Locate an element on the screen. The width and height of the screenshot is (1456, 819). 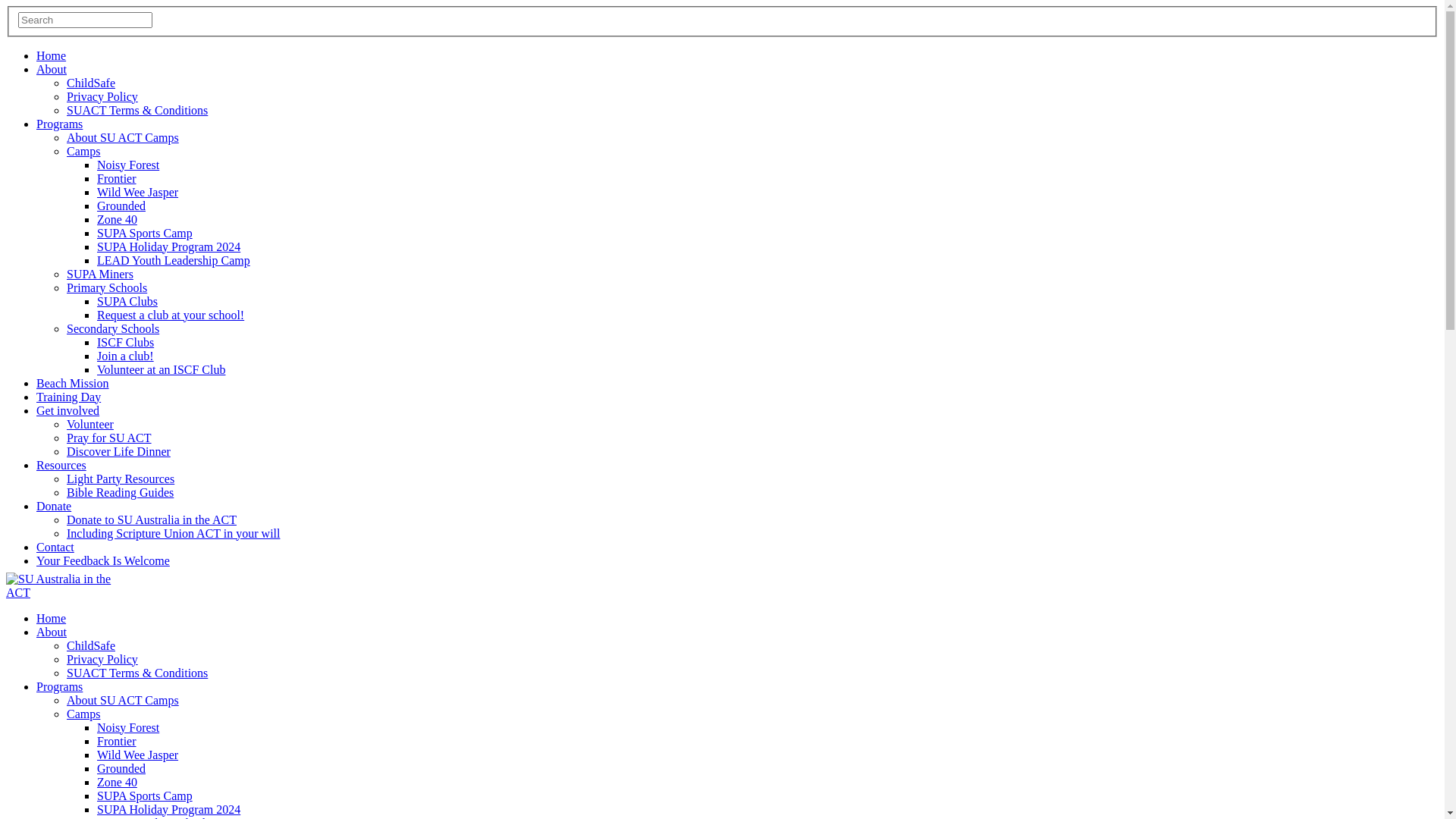
'LEAD Youth Leadership Camp' is located at coordinates (174, 259).